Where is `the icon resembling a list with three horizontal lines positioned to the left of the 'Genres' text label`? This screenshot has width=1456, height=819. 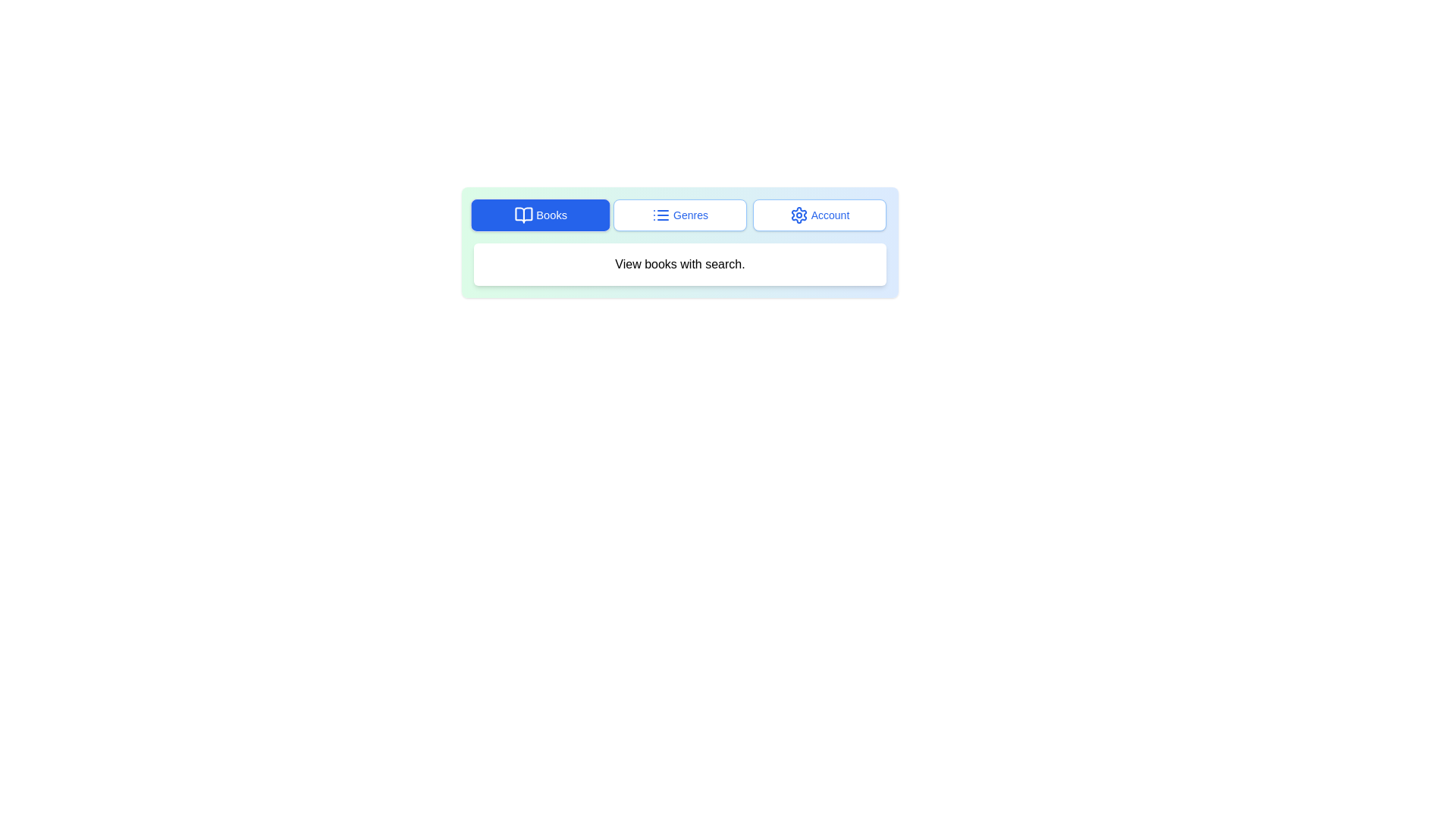 the icon resembling a list with three horizontal lines positioned to the left of the 'Genres' text label is located at coordinates (661, 215).